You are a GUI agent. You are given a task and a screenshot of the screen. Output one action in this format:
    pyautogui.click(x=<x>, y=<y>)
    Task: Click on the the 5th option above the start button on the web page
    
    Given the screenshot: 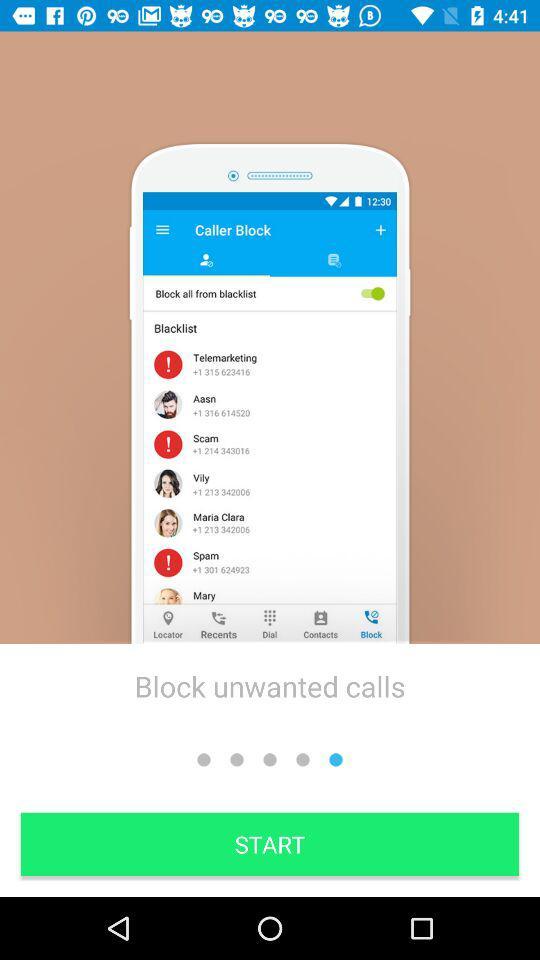 What is the action you would take?
    pyautogui.click(x=336, y=759)
    